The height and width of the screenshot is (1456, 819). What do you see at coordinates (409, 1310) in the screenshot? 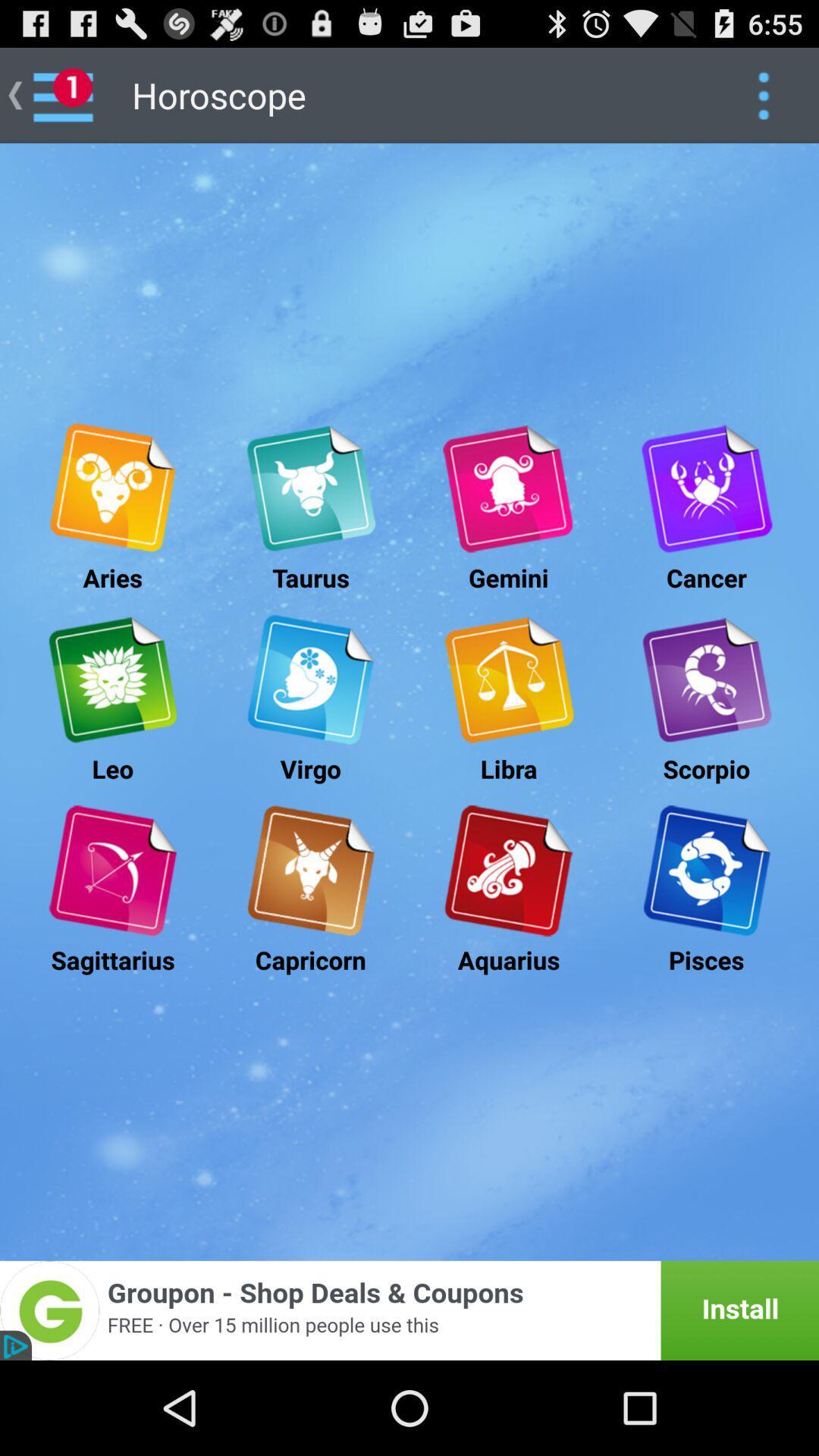
I see `pop up advertisement for groupon app` at bounding box center [409, 1310].